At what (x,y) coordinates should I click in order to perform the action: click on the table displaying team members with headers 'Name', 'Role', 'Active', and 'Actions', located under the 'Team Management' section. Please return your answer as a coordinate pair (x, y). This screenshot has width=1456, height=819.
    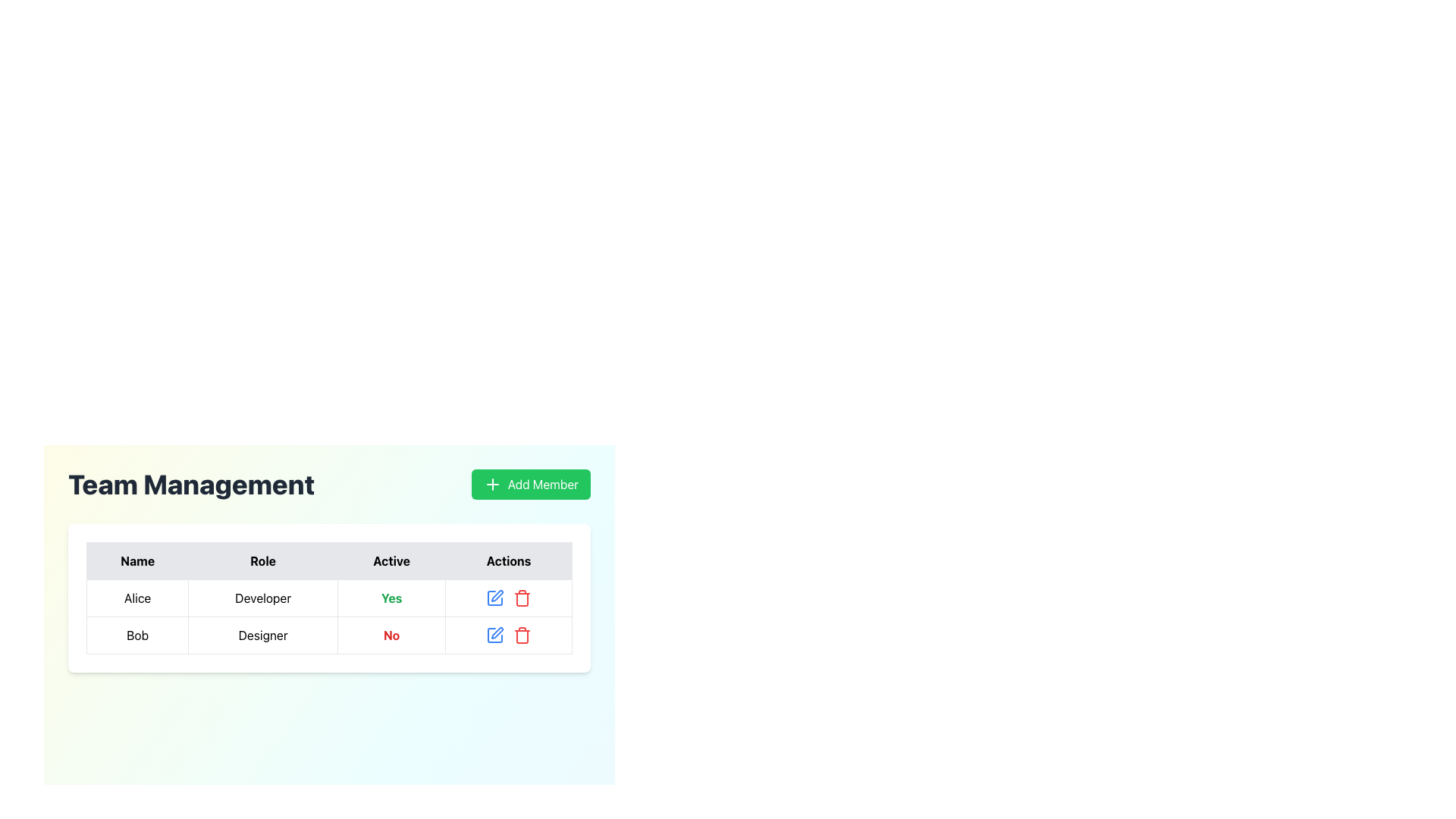
    Looking at the image, I should click on (328, 598).